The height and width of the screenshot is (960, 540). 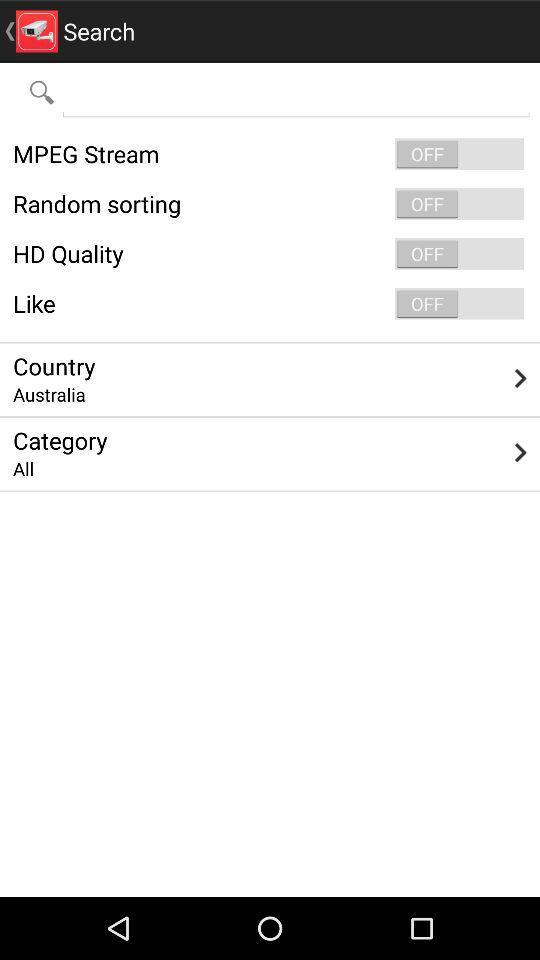 What do you see at coordinates (295, 91) in the screenshot?
I see `come back` at bounding box center [295, 91].